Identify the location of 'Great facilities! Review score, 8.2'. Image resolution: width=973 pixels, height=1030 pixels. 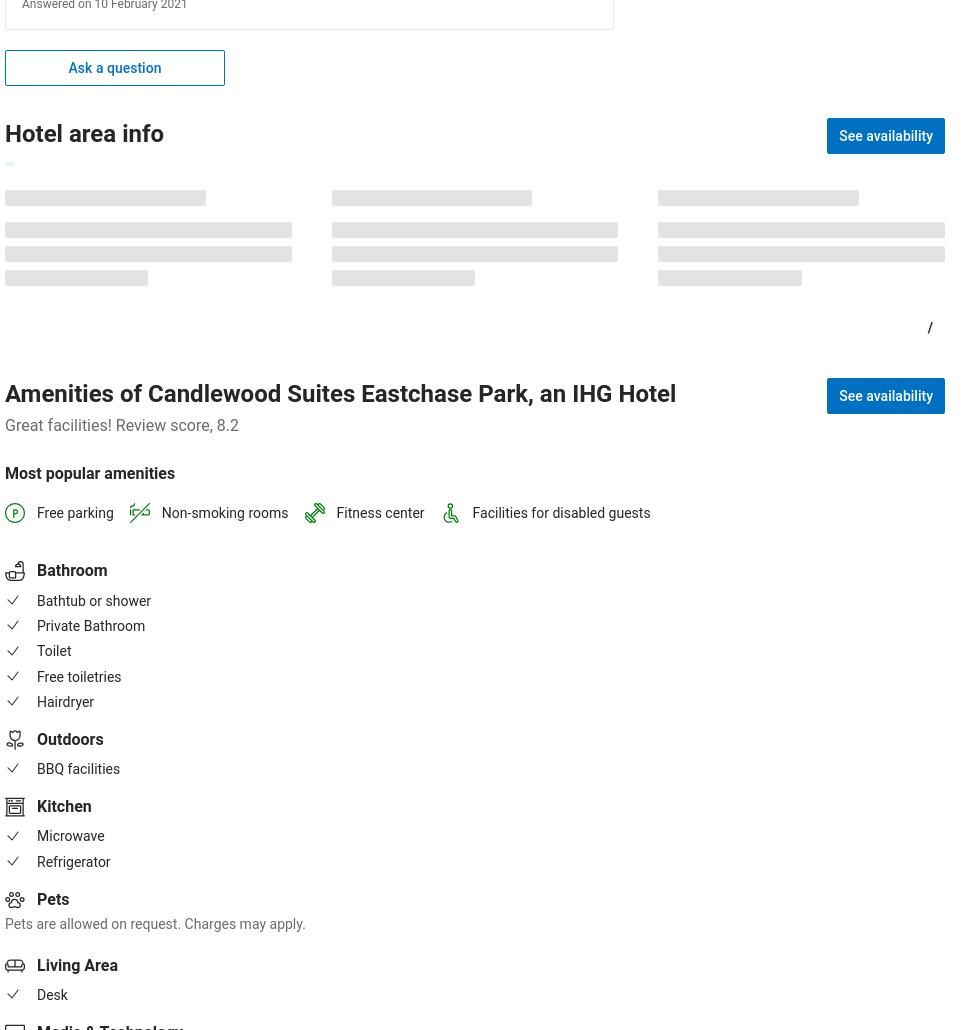
(4, 425).